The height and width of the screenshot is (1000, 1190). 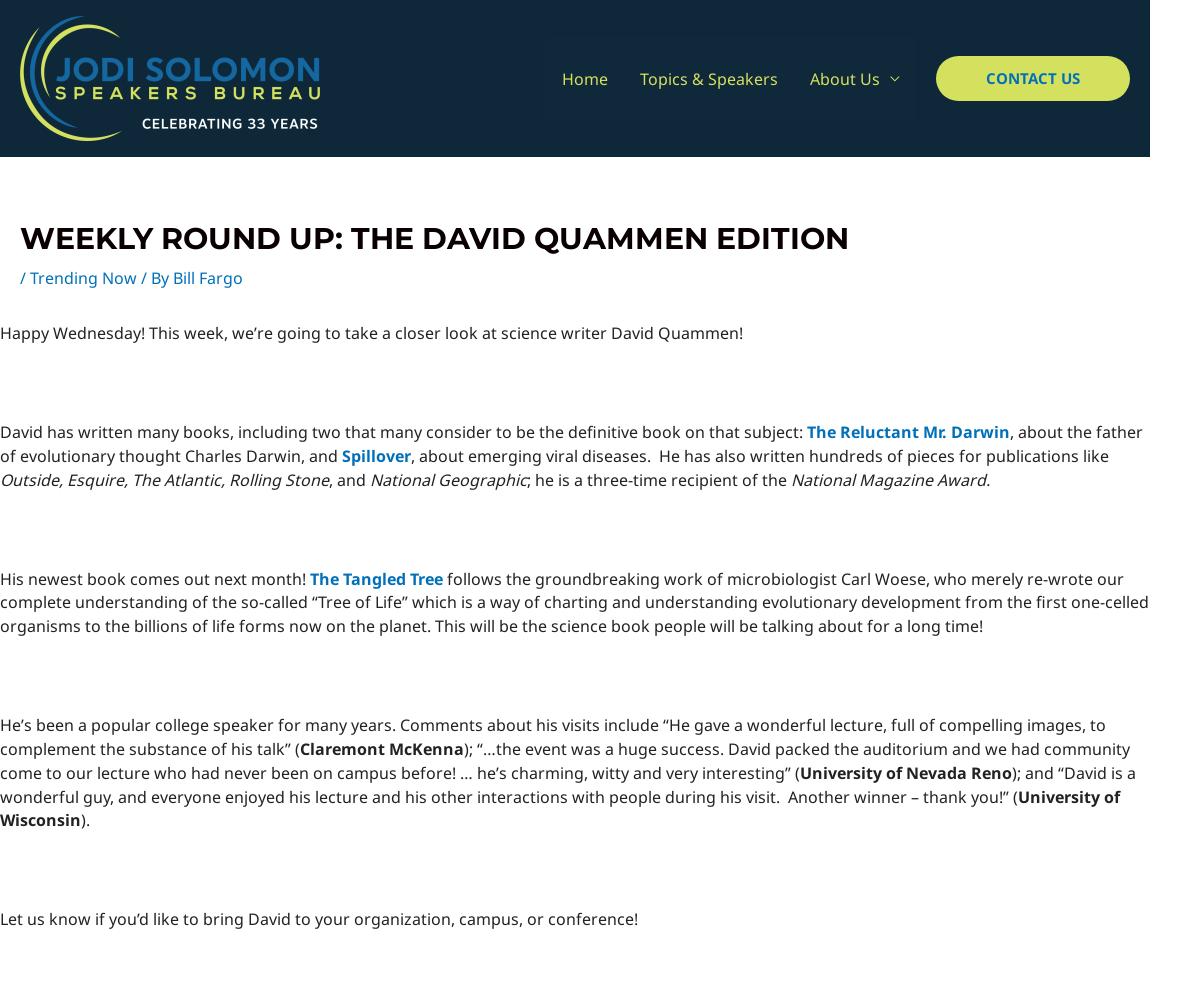 What do you see at coordinates (433, 237) in the screenshot?
I see `'Weekly Round Up: The David Quammen edition'` at bounding box center [433, 237].